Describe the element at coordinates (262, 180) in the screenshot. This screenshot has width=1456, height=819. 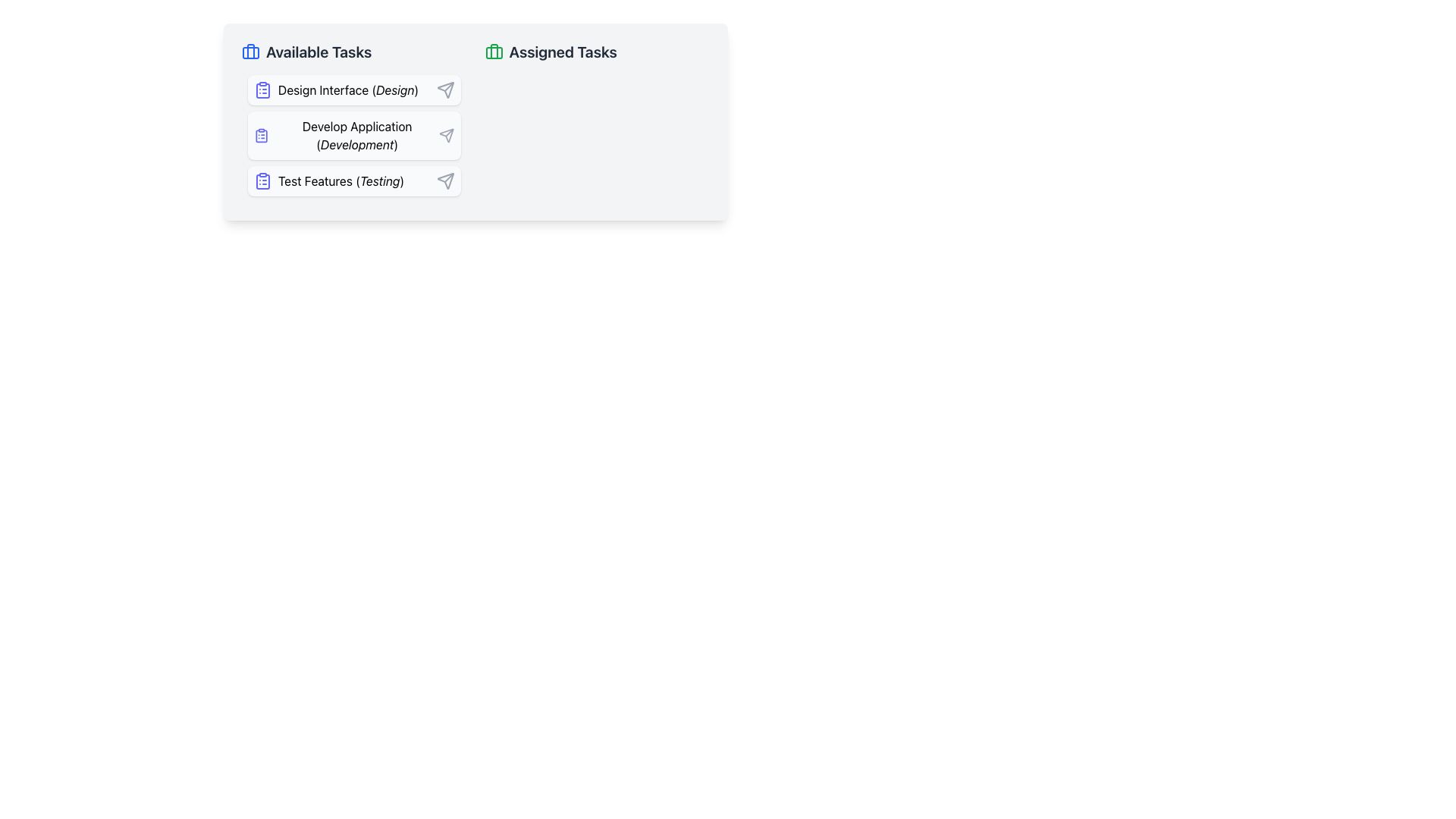
I see `the leftmost icon representing the task 'Test Features (Testing)' located in the bottom section of the list under 'Available Tasks'` at that location.